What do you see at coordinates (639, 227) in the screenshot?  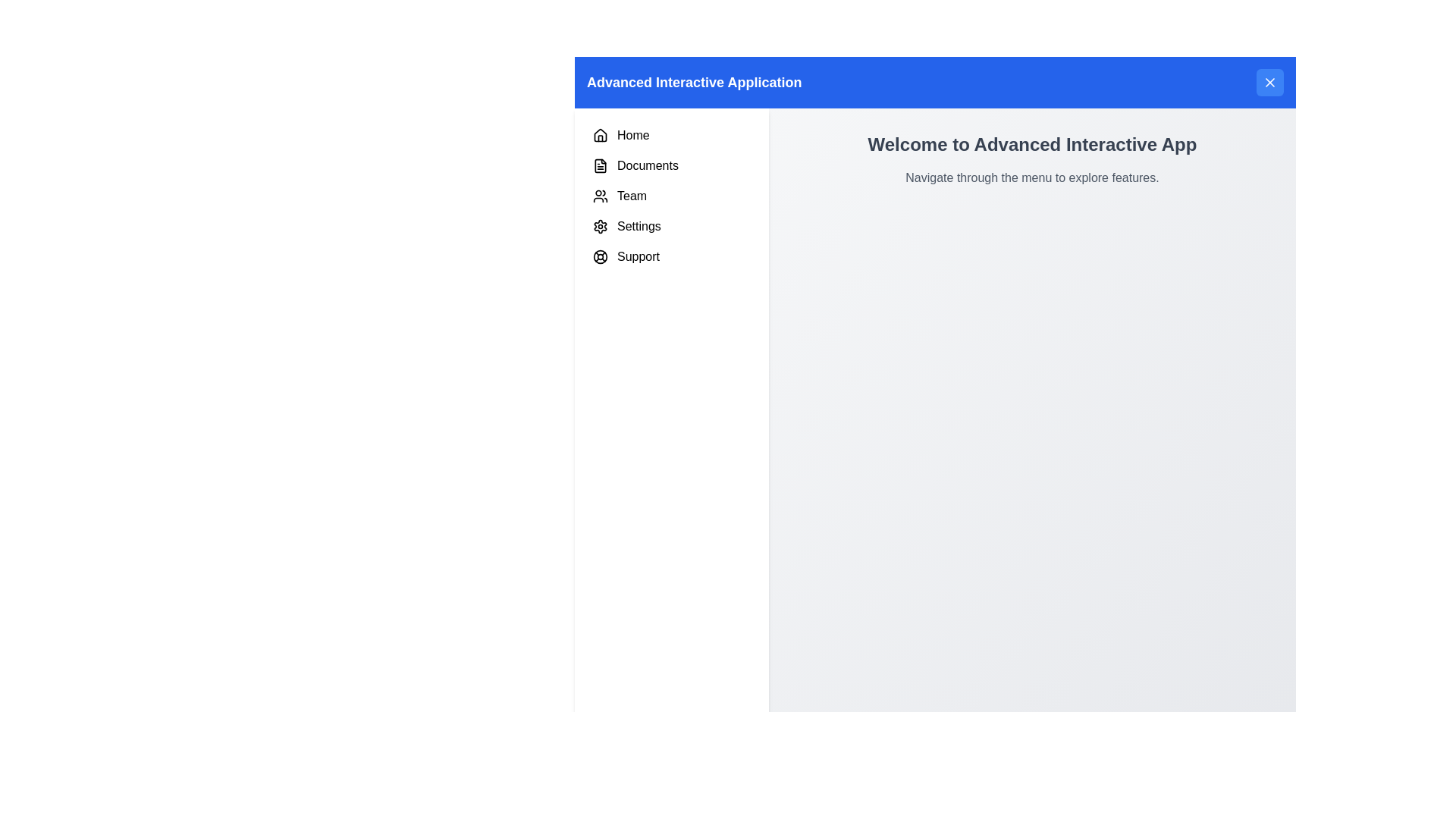 I see `the 'Settings' text label in the vertical side menu, which is positioned fourth from the top, below 'Team' and above 'Support'` at bounding box center [639, 227].